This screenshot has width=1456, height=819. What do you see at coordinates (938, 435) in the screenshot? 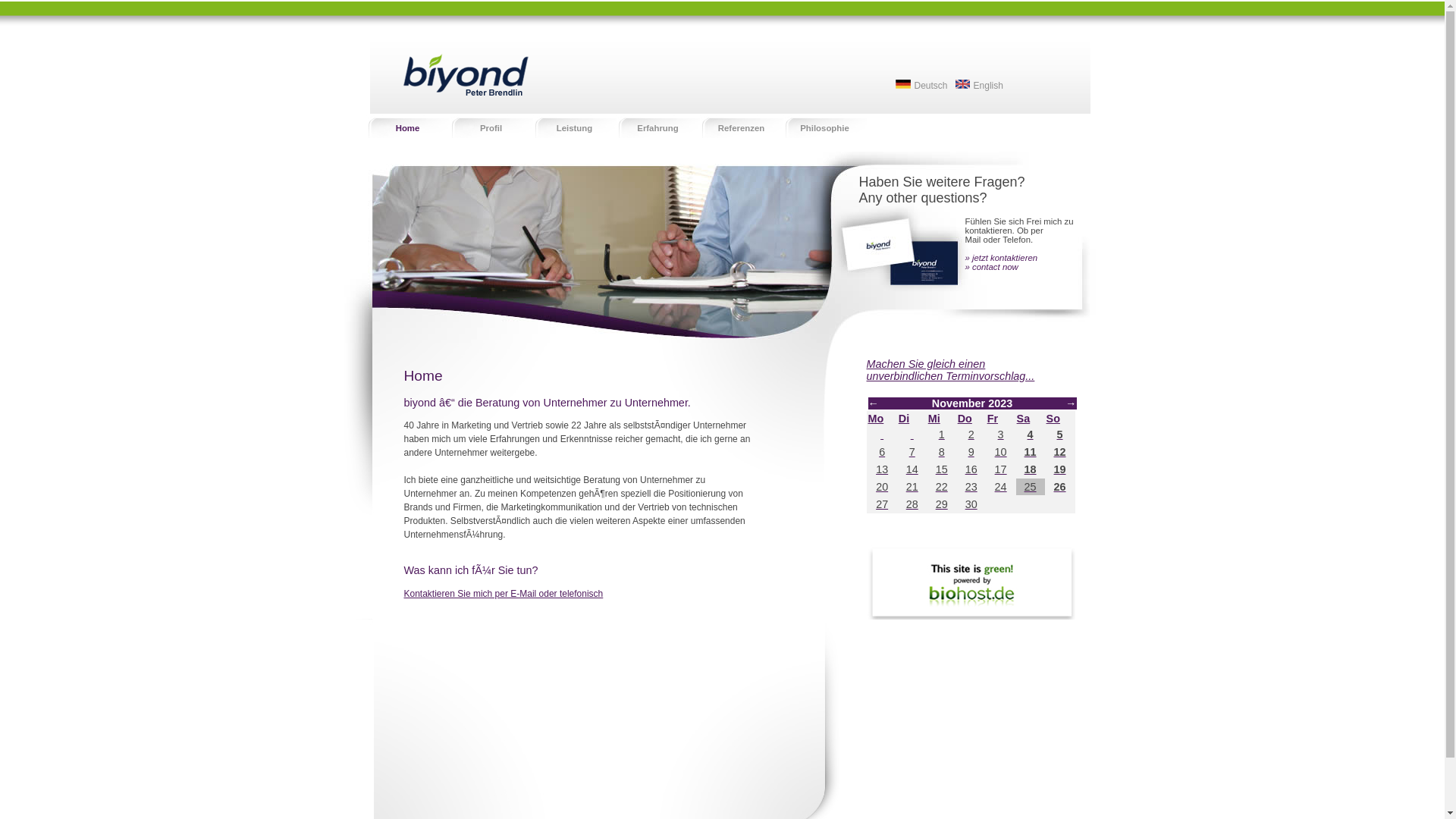
I see `'1'` at bounding box center [938, 435].